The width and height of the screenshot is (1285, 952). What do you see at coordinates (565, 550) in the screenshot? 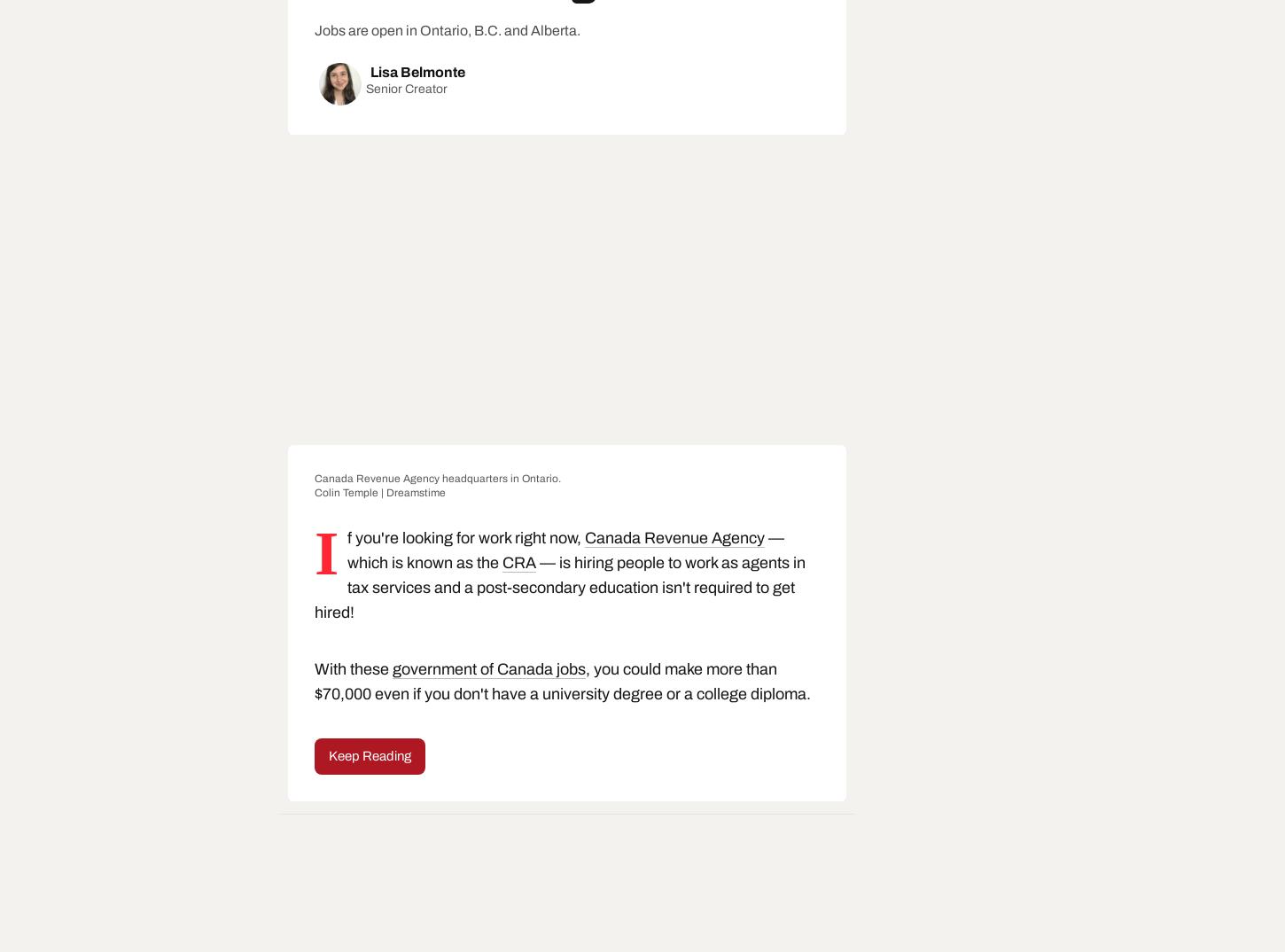
I see `'— which is known as the'` at bounding box center [565, 550].